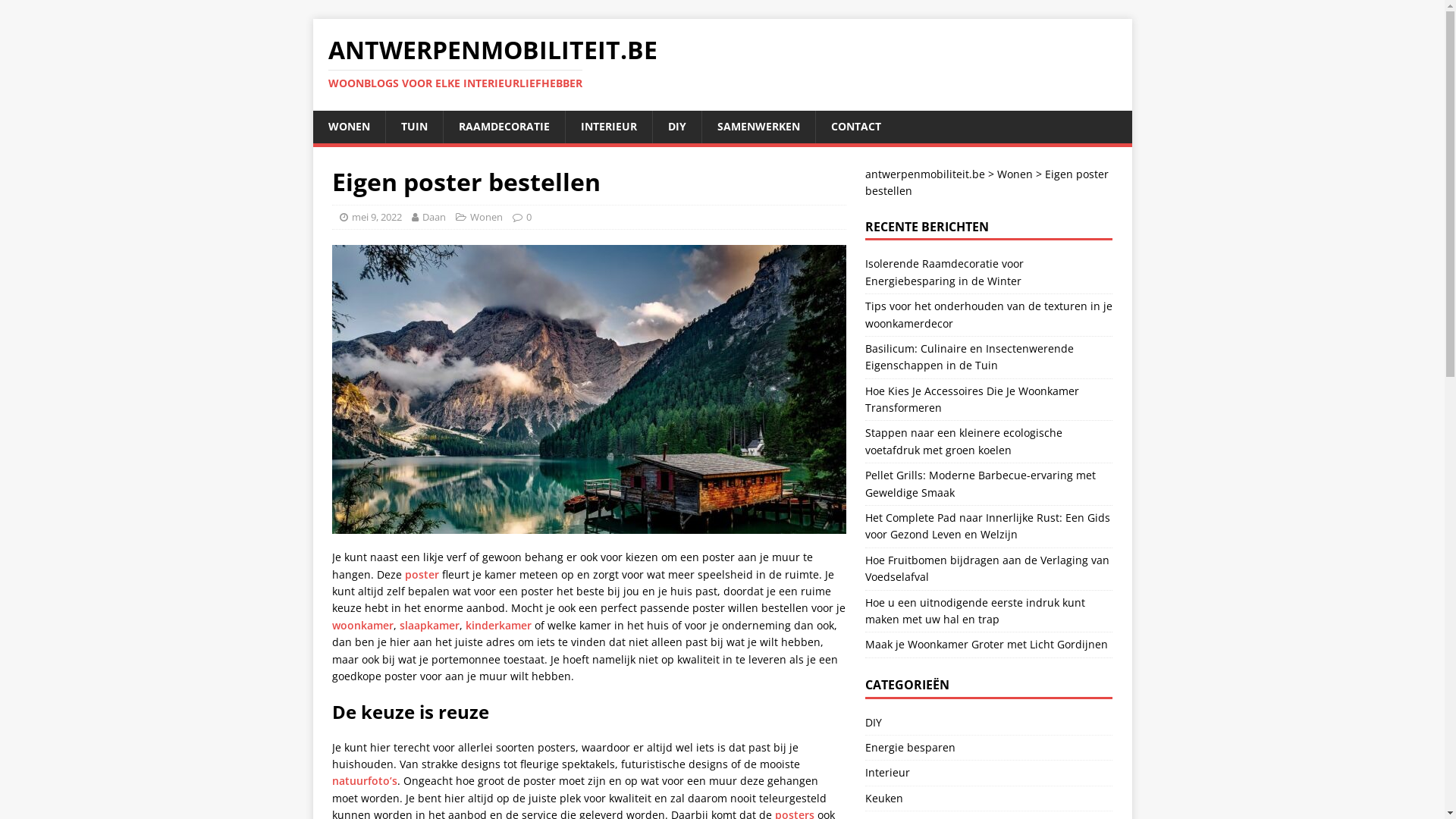  I want to click on 'antwerpenmobiliteit.be', so click(924, 173).